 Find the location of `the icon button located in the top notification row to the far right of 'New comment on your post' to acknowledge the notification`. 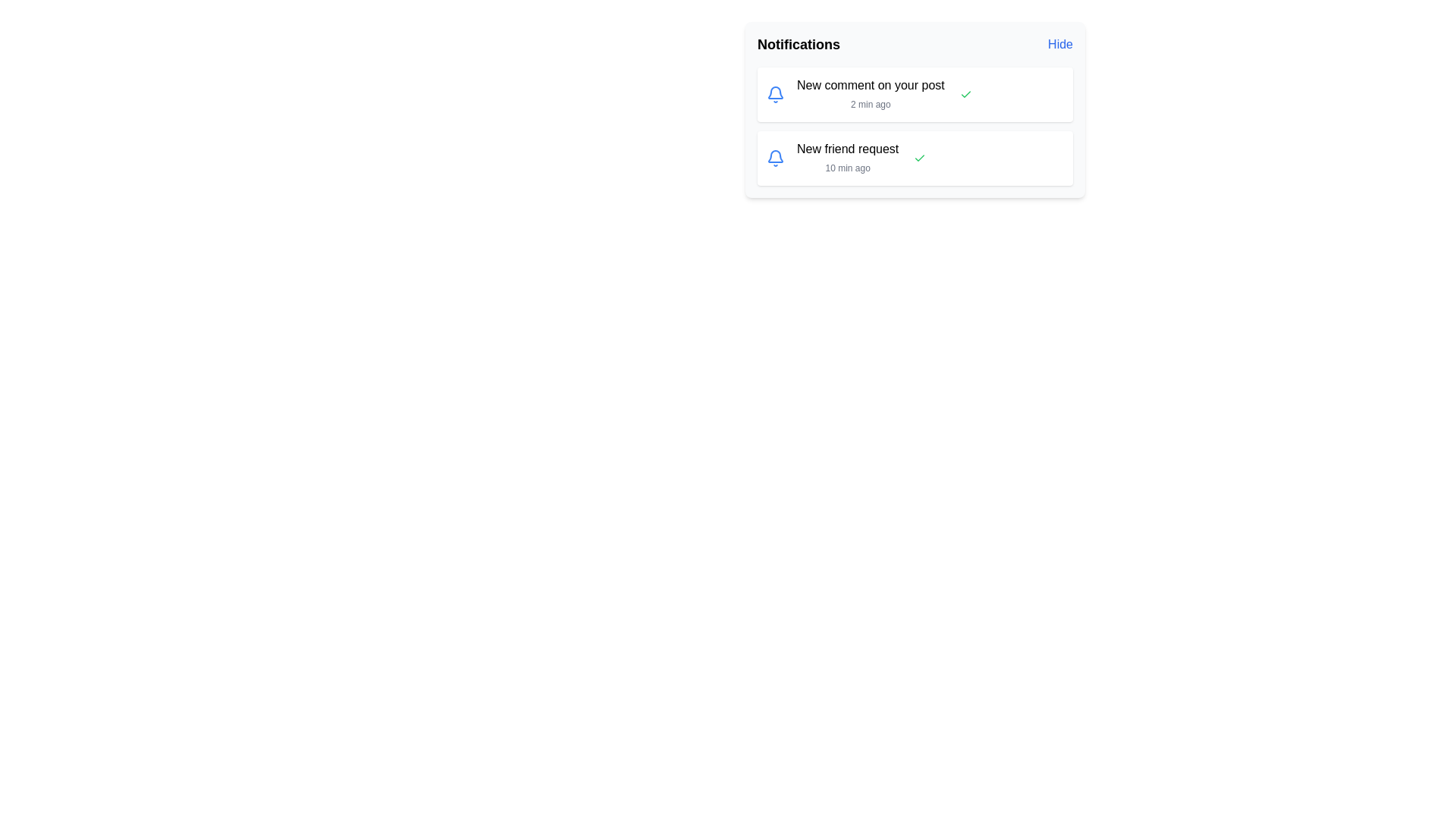

the icon button located in the top notification row to the far right of 'New comment on your post' to acknowledge the notification is located at coordinates (965, 94).